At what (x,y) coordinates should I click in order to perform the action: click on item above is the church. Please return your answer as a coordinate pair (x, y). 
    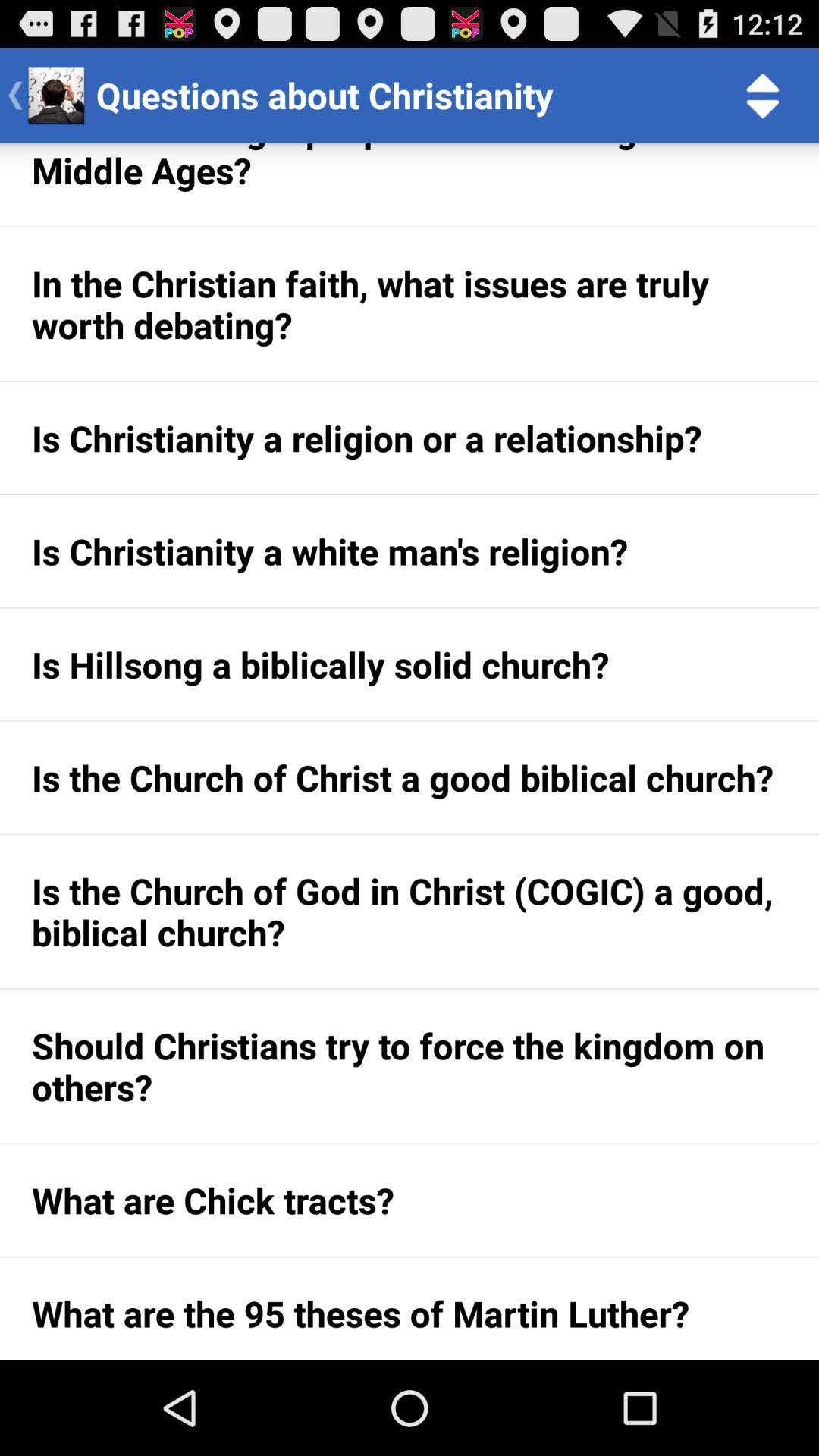
    Looking at the image, I should click on (409, 664).